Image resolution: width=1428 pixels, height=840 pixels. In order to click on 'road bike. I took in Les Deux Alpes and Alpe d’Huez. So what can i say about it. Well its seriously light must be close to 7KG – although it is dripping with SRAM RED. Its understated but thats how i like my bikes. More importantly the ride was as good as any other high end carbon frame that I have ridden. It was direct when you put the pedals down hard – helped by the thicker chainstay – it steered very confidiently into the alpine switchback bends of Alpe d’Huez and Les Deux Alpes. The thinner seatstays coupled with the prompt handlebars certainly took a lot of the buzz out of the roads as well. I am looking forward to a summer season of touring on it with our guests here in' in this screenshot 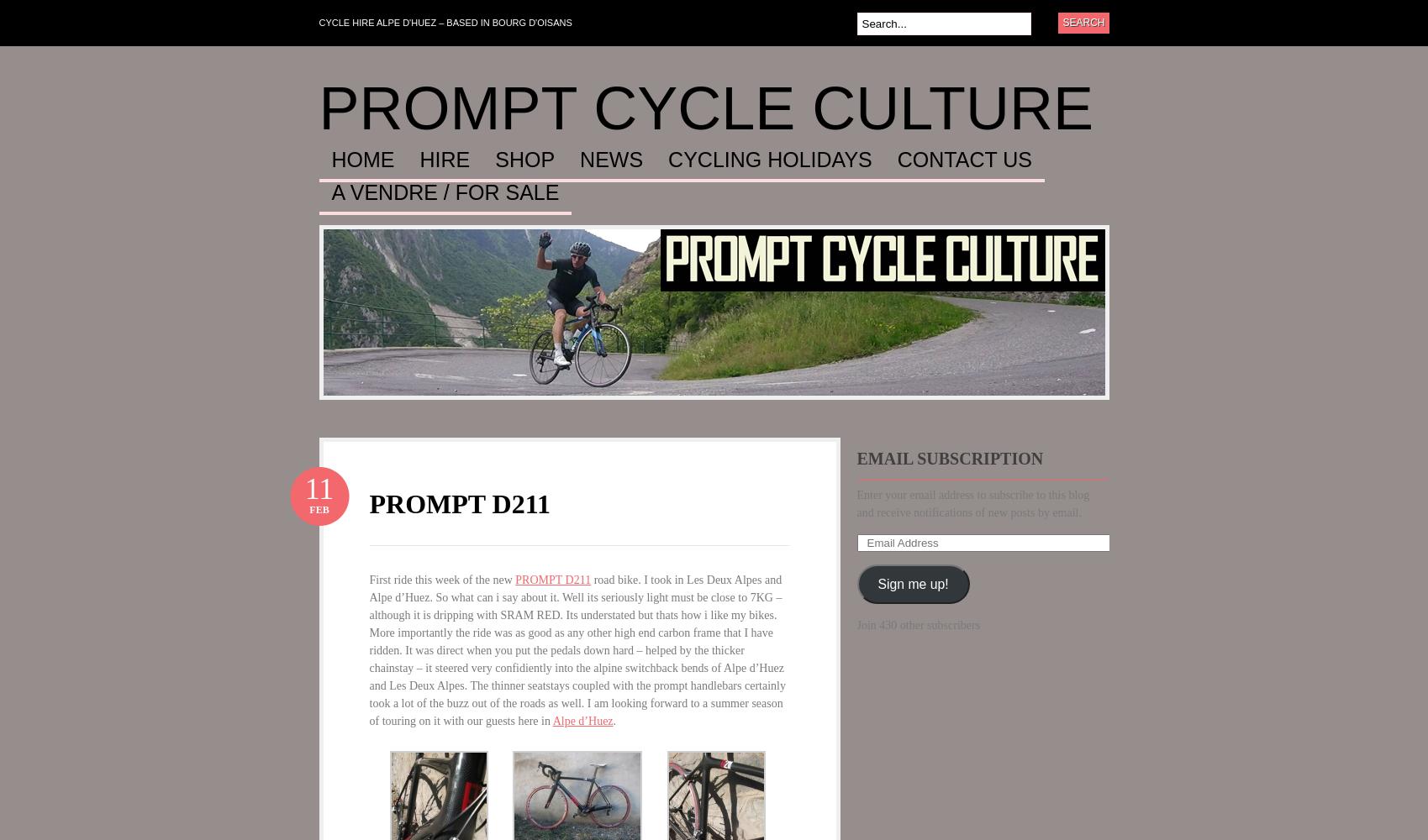, I will do `click(369, 650)`.